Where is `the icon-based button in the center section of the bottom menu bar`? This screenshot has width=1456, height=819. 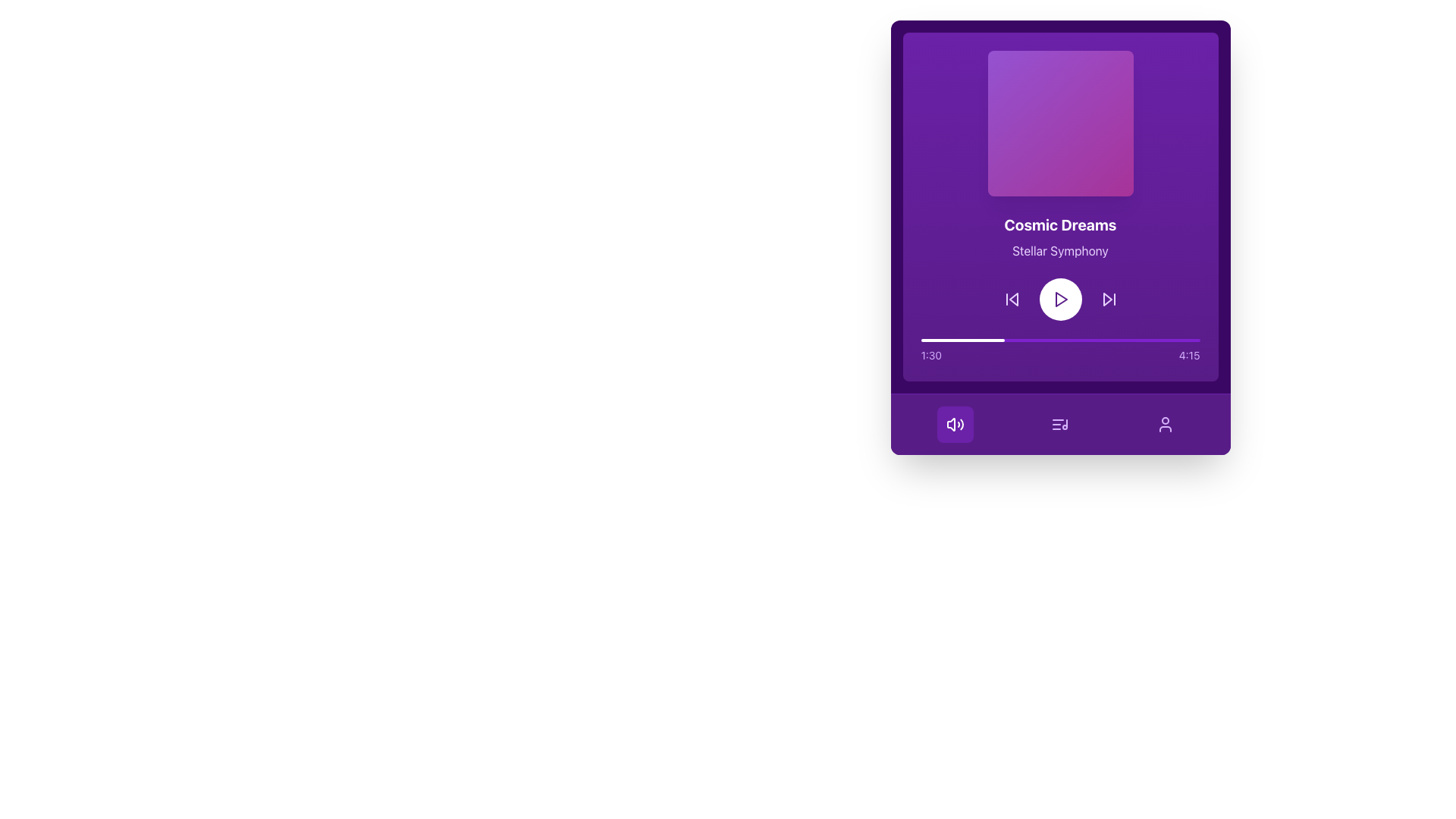
the icon-based button in the center section of the bottom menu bar is located at coordinates (1059, 424).